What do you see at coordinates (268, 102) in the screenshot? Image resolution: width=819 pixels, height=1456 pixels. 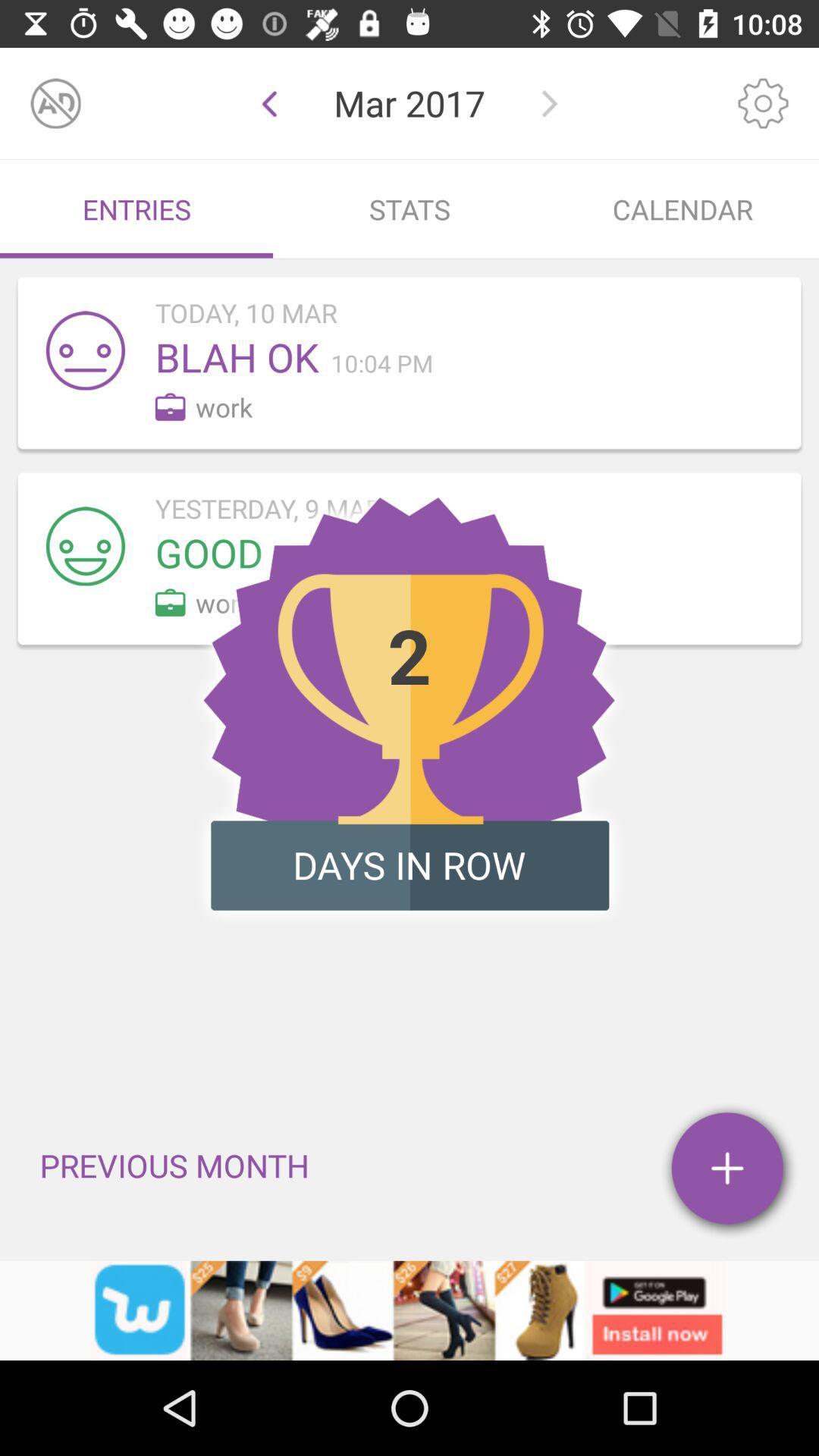 I see `the arrow_backward icon` at bounding box center [268, 102].